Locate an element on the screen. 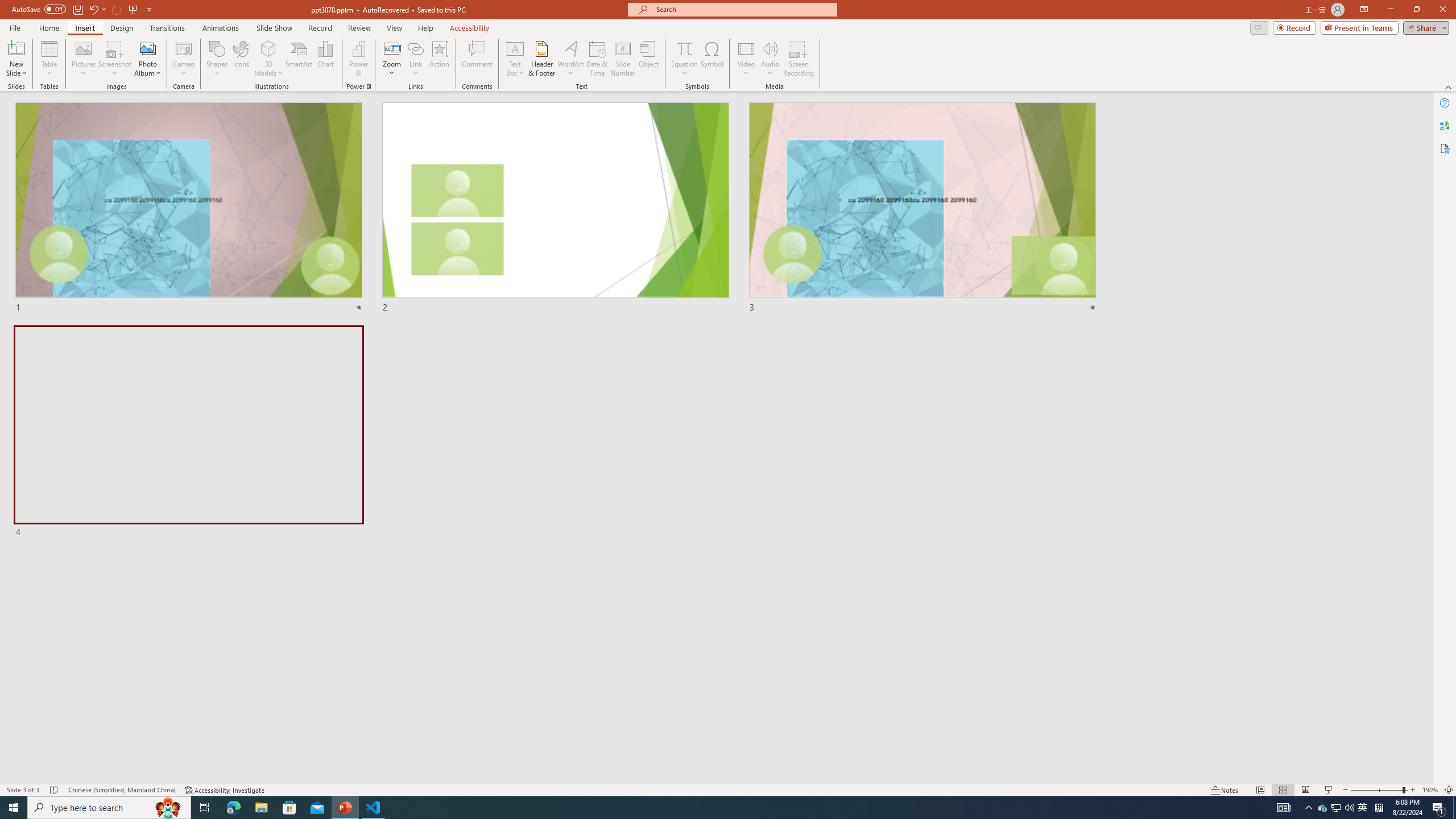 This screenshot has width=1456, height=819. 'Zoom Out' is located at coordinates (1376, 790).